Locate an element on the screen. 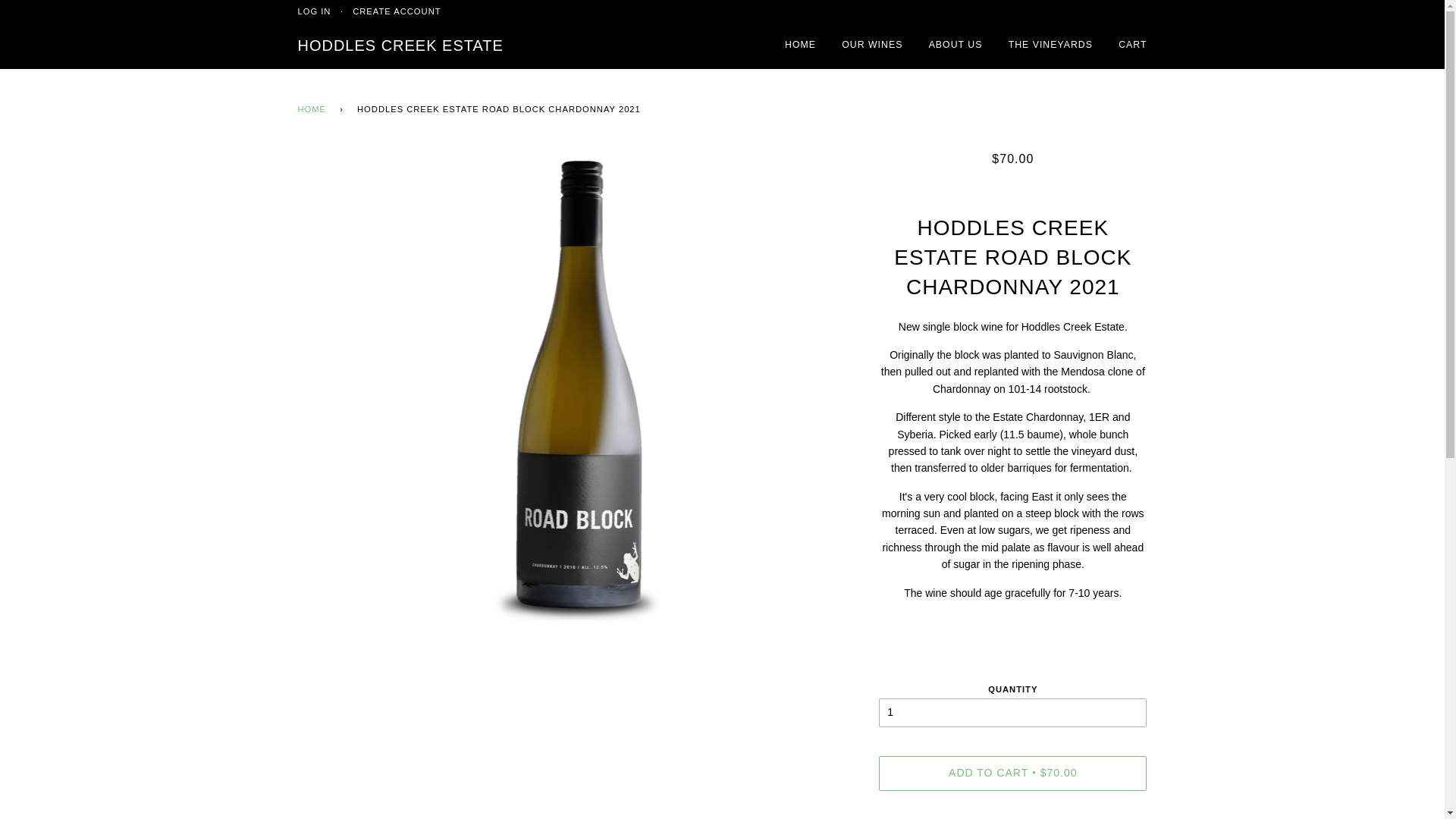 The width and height of the screenshot is (1456, 819). 'HOME' is located at coordinates (799, 45).